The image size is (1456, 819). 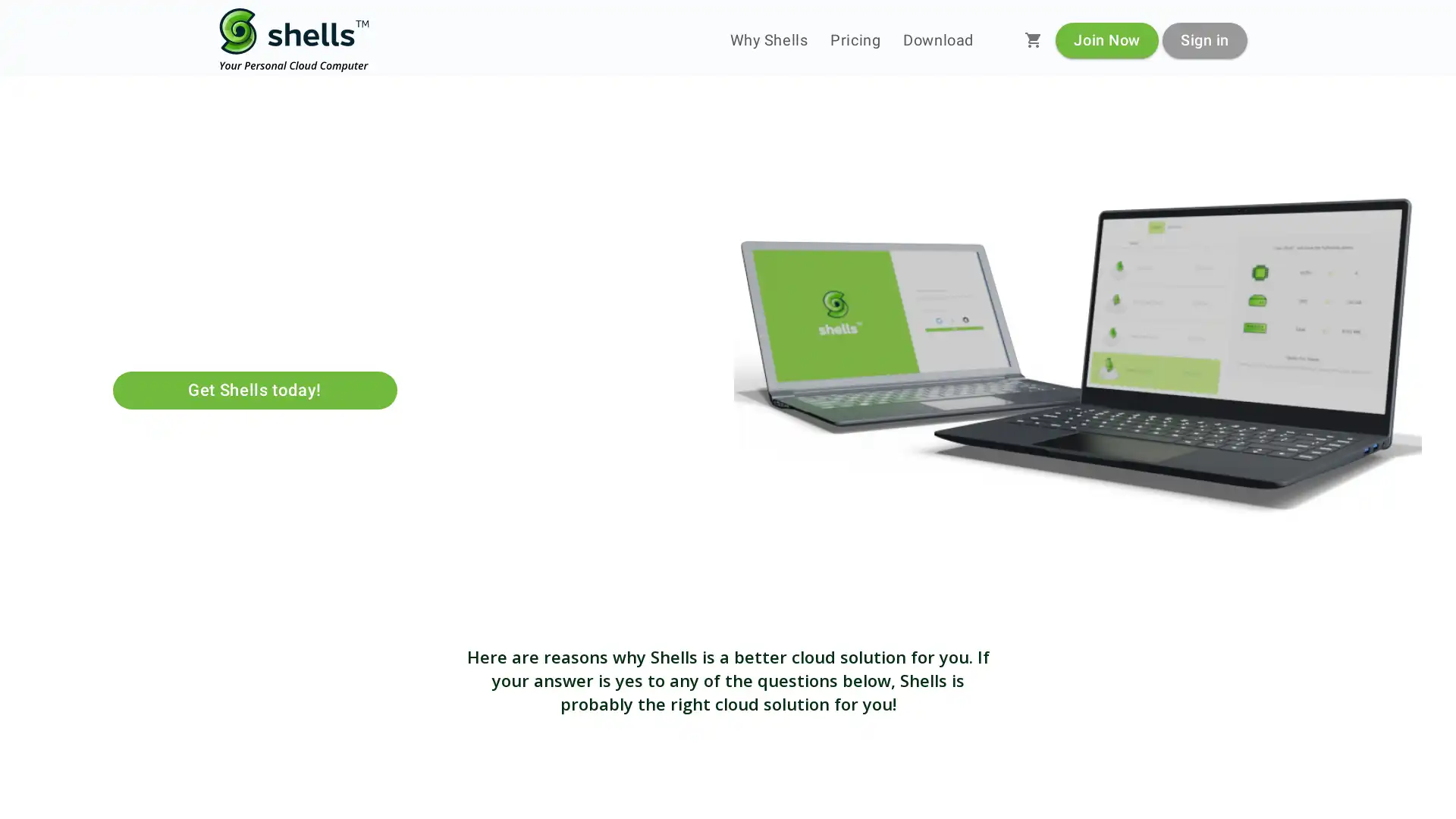 What do you see at coordinates (768, 39) in the screenshot?
I see `Why Shells` at bounding box center [768, 39].